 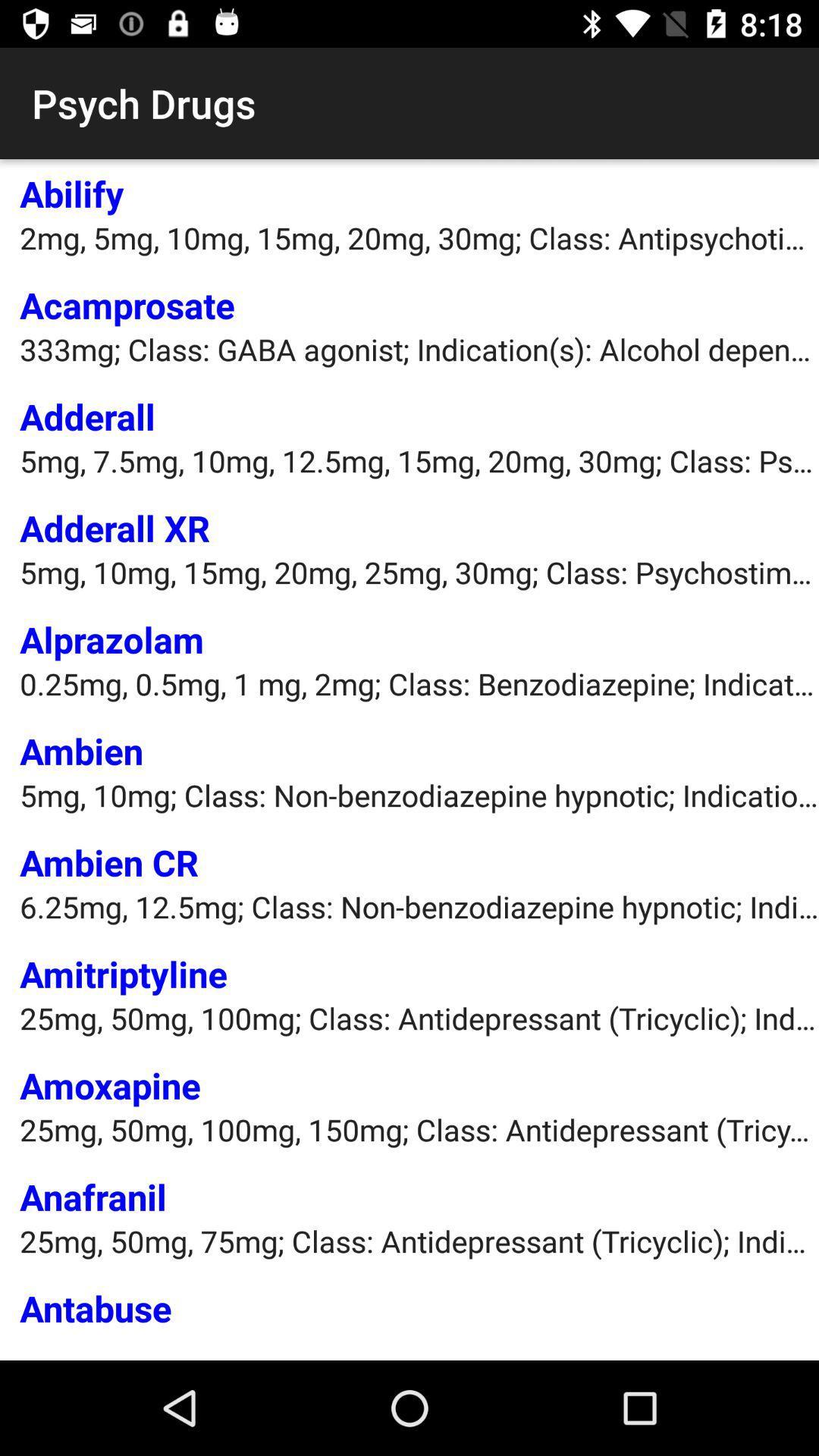 What do you see at coordinates (127, 304) in the screenshot?
I see `app above the 333mg class gaba` at bounding box center [127, 304].